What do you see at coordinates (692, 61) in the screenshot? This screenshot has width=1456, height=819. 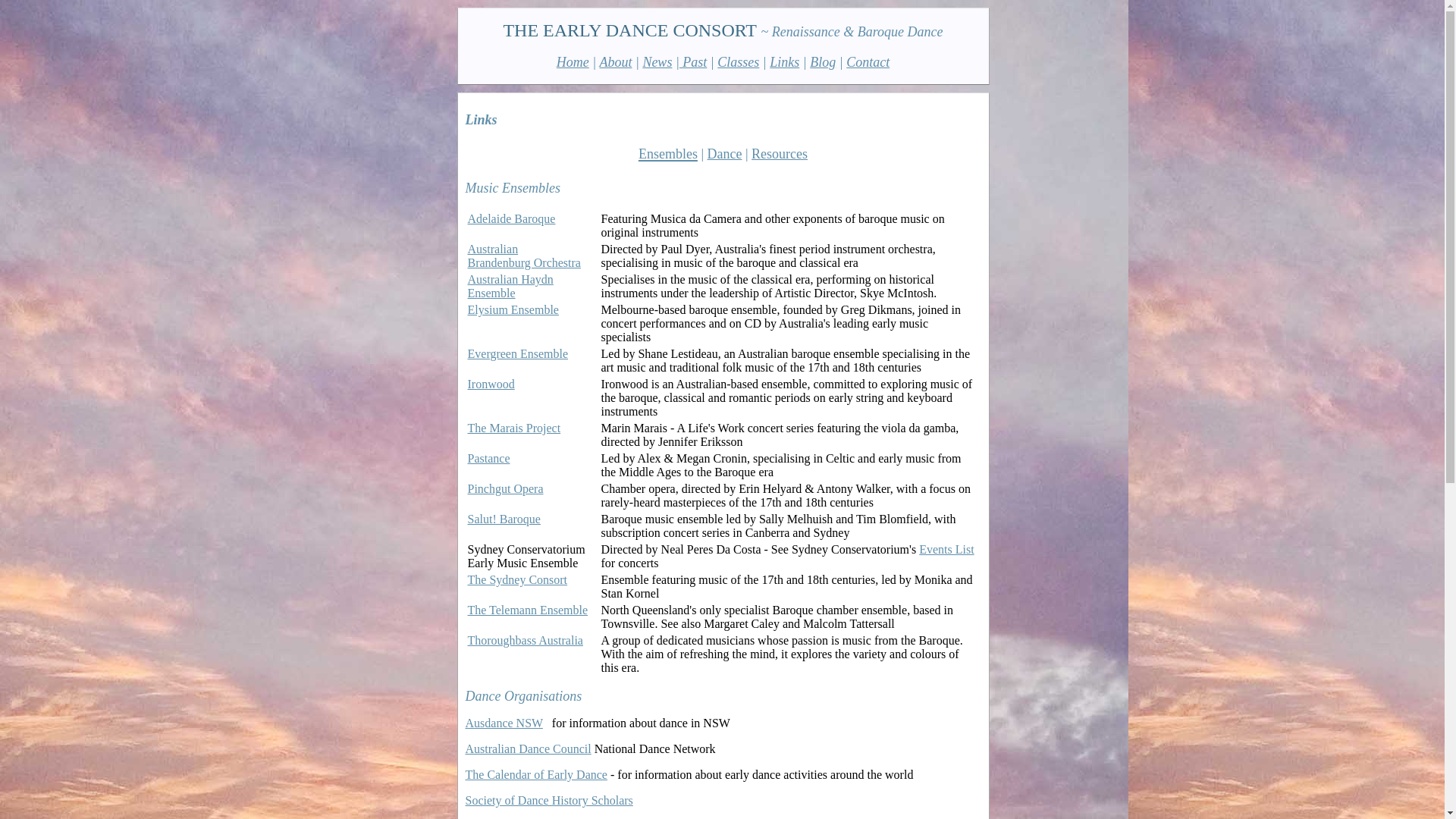 I see `'Past'` at bounding box center [692, 61].